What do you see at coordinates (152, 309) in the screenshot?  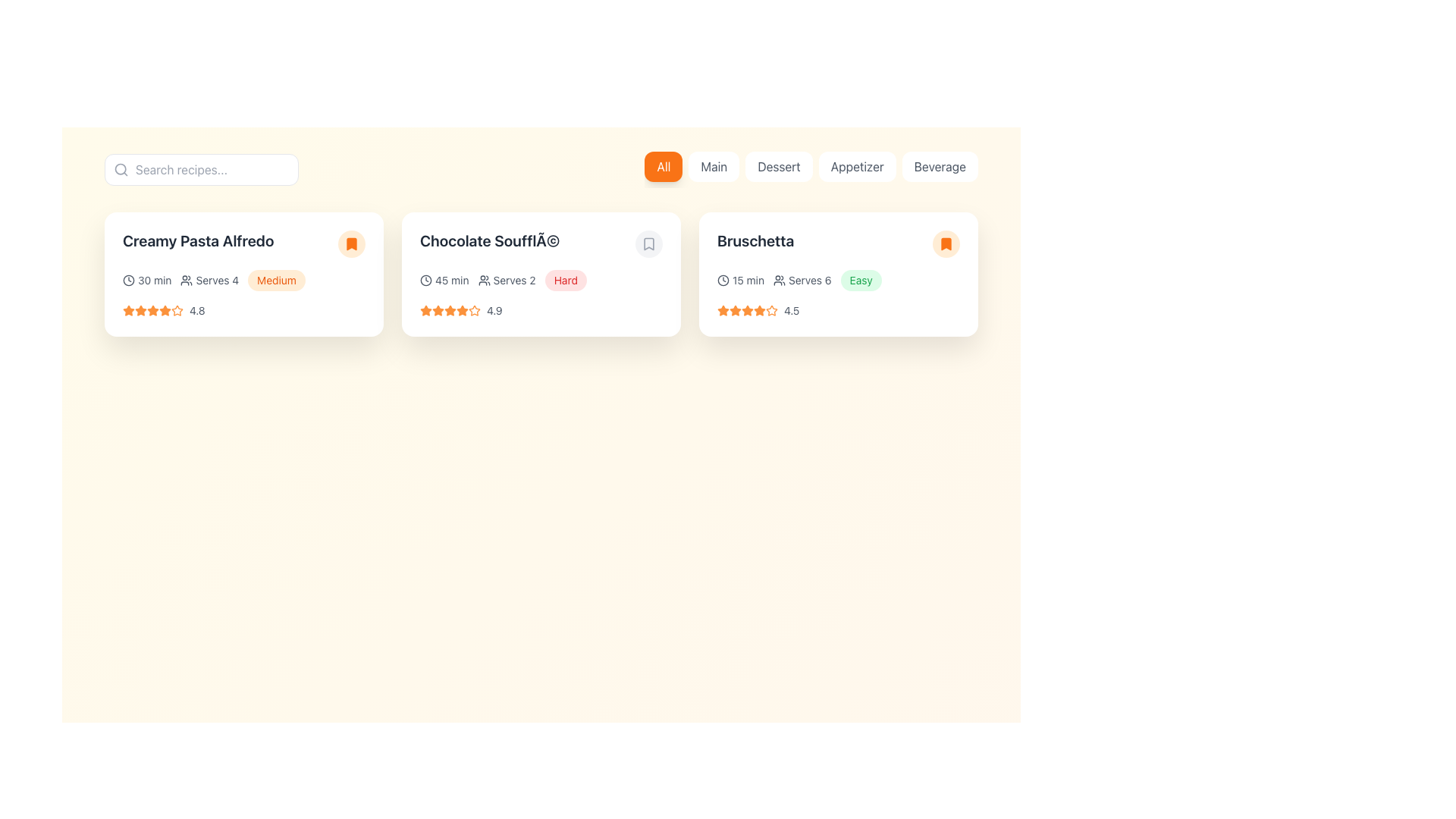 I see `the third star icon in the rating system for 'Creamy Pasta Alfredo' to interact with the rating feature` at bounding box center [152, 309].